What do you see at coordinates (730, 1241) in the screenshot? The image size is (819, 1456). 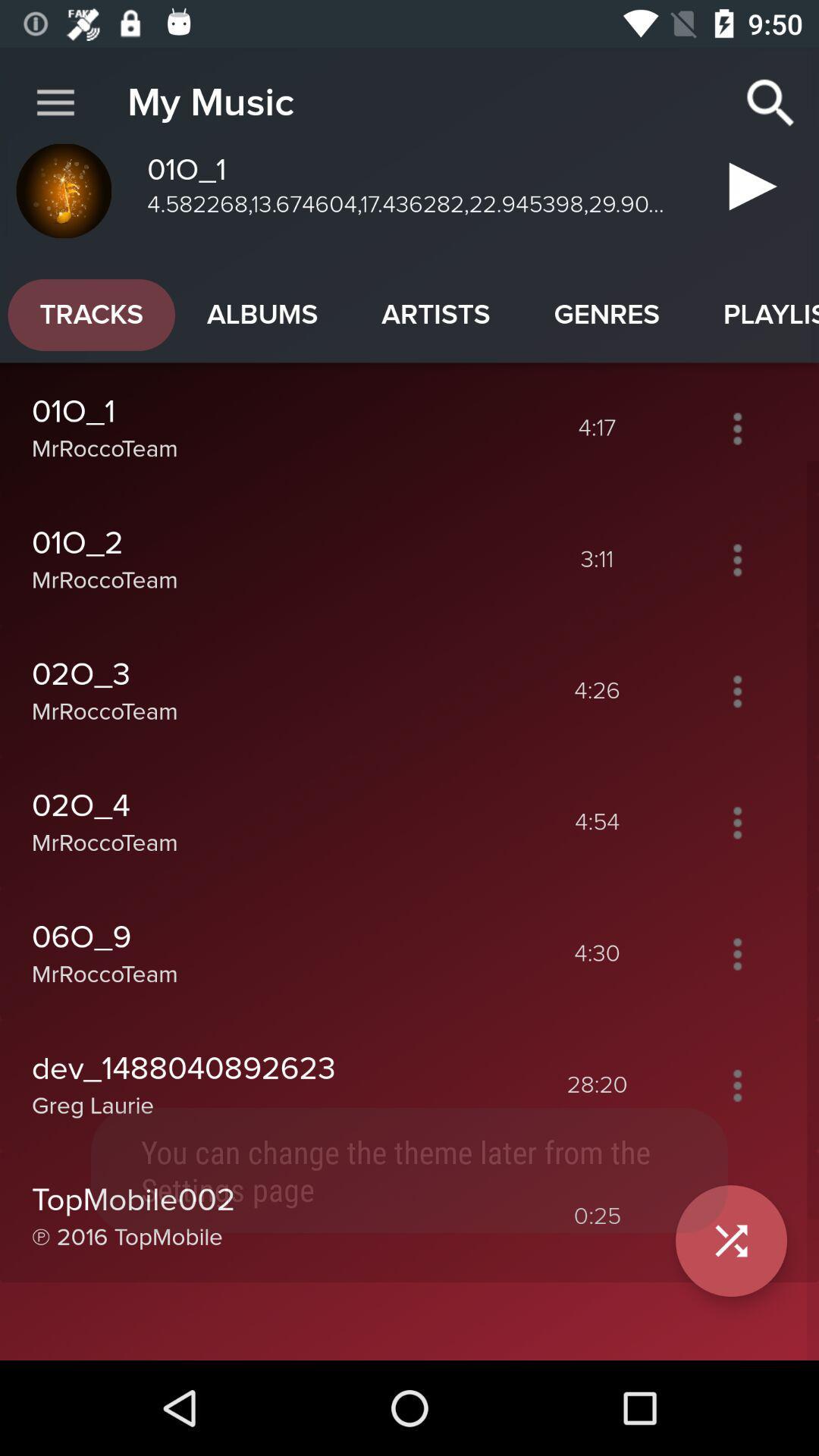 I see `the close icon` at bounding box center [730, 1241].